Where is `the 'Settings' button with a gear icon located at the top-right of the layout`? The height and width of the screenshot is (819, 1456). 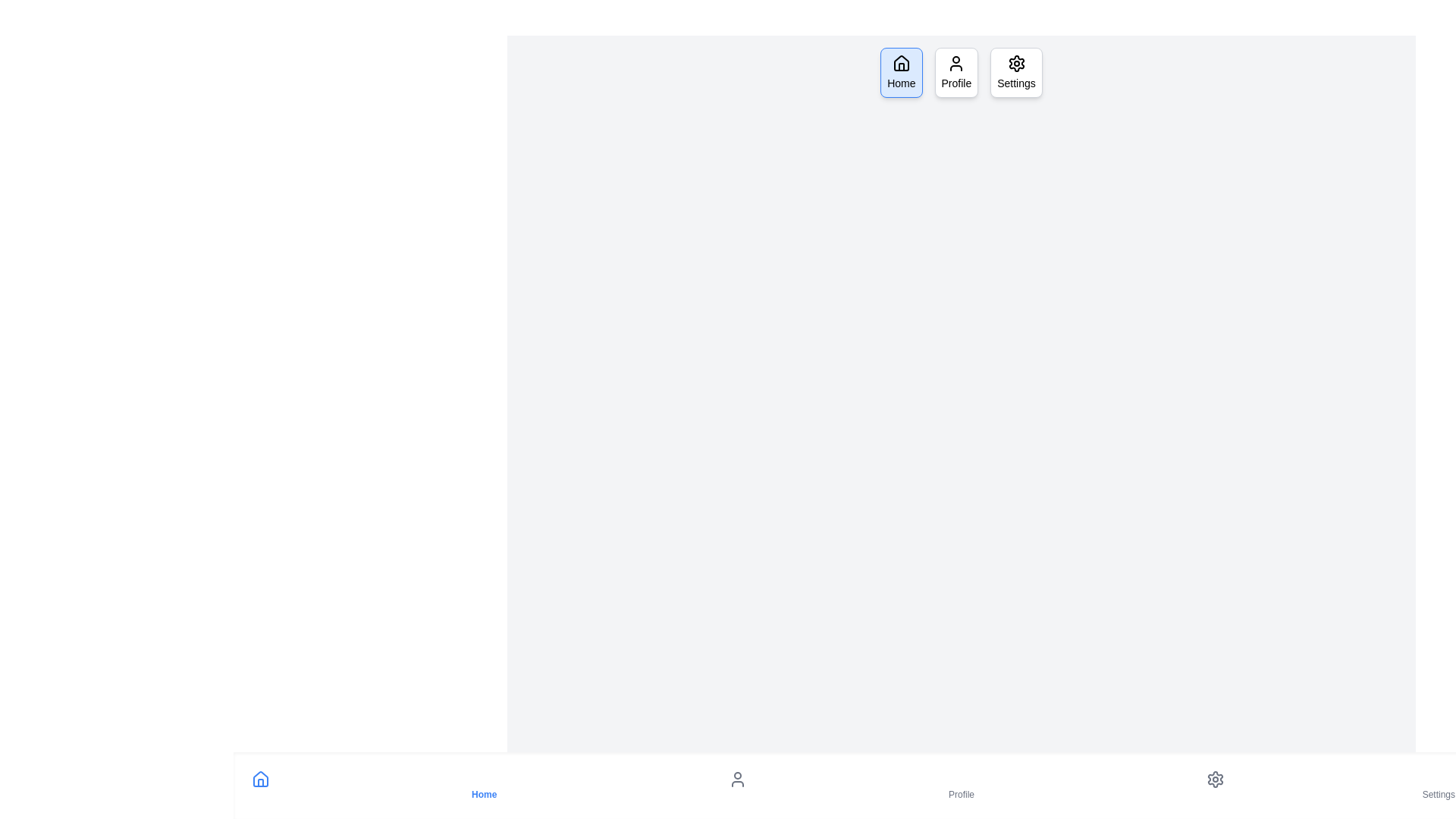
the 'Settings' button with a gear icon located at the top-right of the layout is located at coordinates (1016, 73).